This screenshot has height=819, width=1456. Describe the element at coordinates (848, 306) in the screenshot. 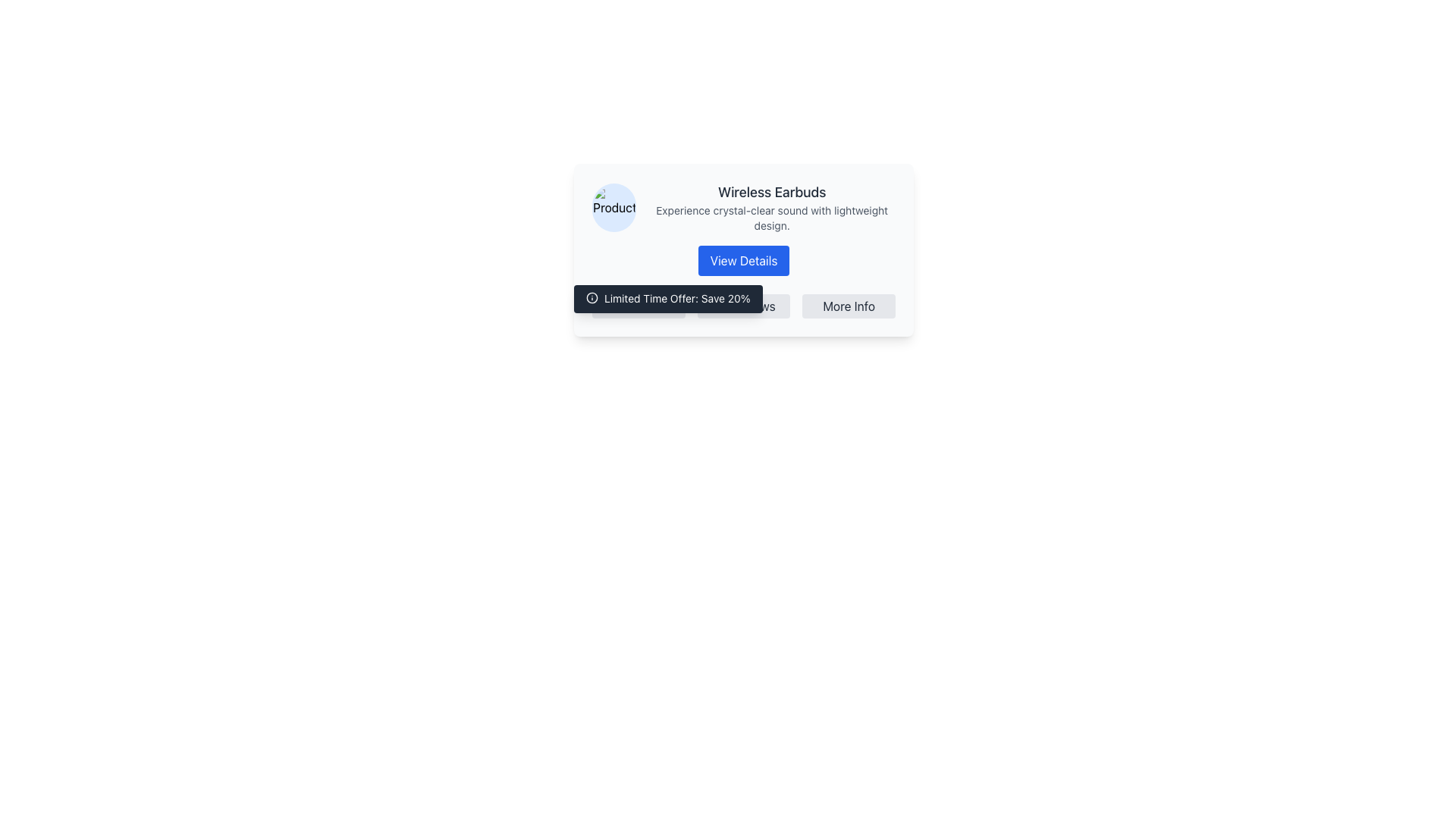

I see `the third button in the horizontal group of buttons that provides additional details about the product` at that location.